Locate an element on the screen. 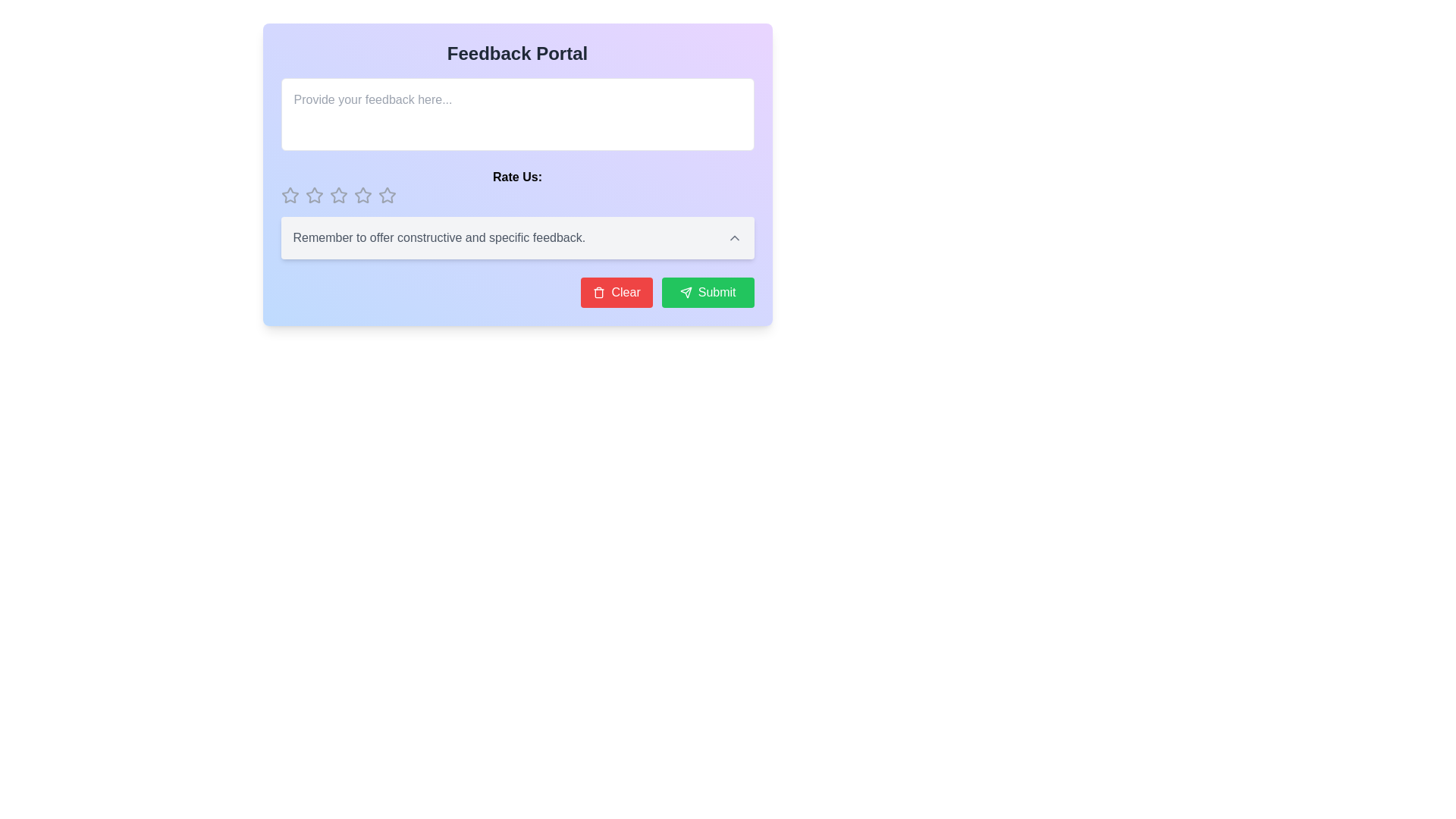  the upward-facing chevron icon, which is a minimalist outline colored gray is located at coordinates (734, 237).